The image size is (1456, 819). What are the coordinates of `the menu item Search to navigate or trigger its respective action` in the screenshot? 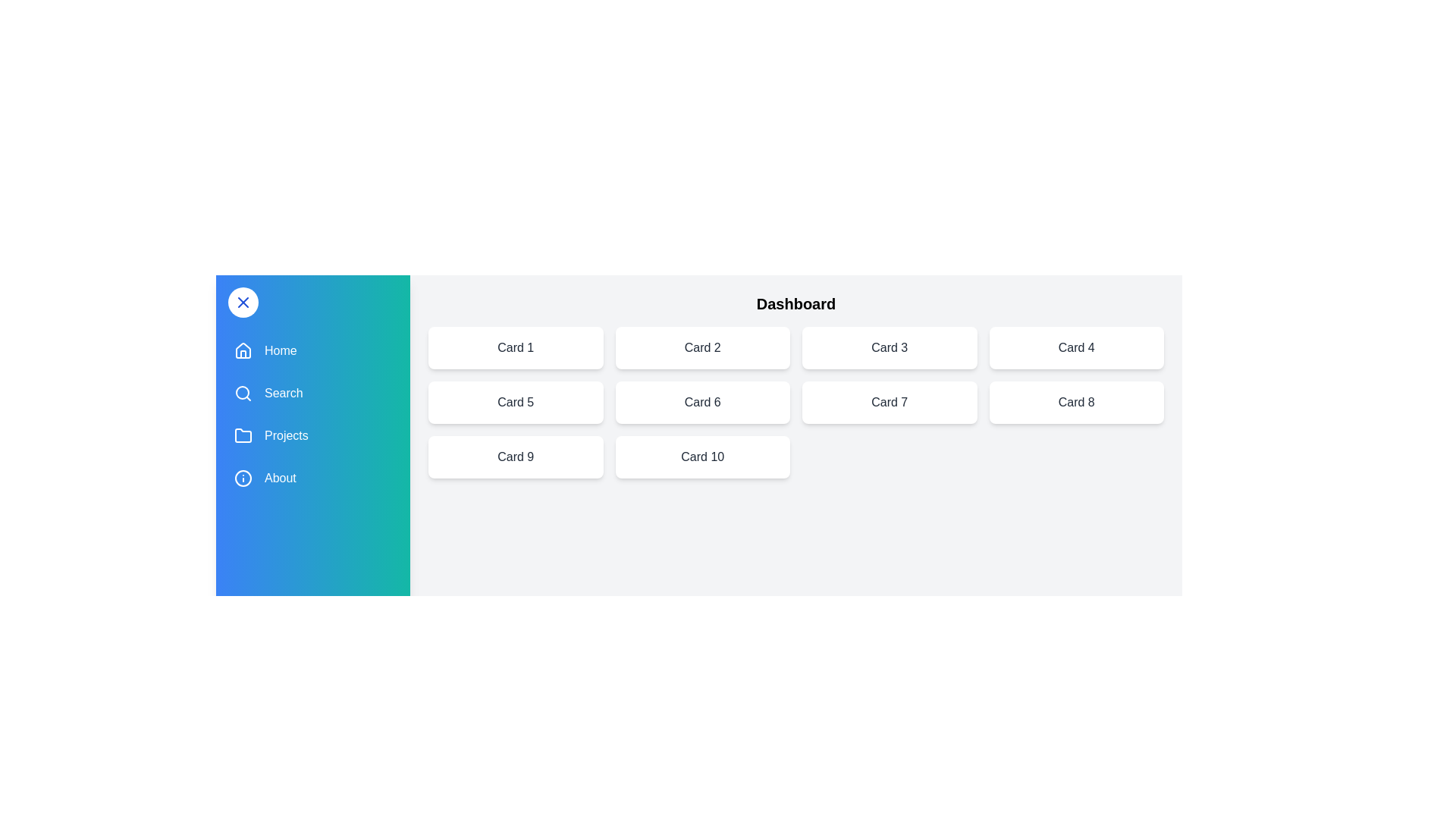 It's located at (312, 393).